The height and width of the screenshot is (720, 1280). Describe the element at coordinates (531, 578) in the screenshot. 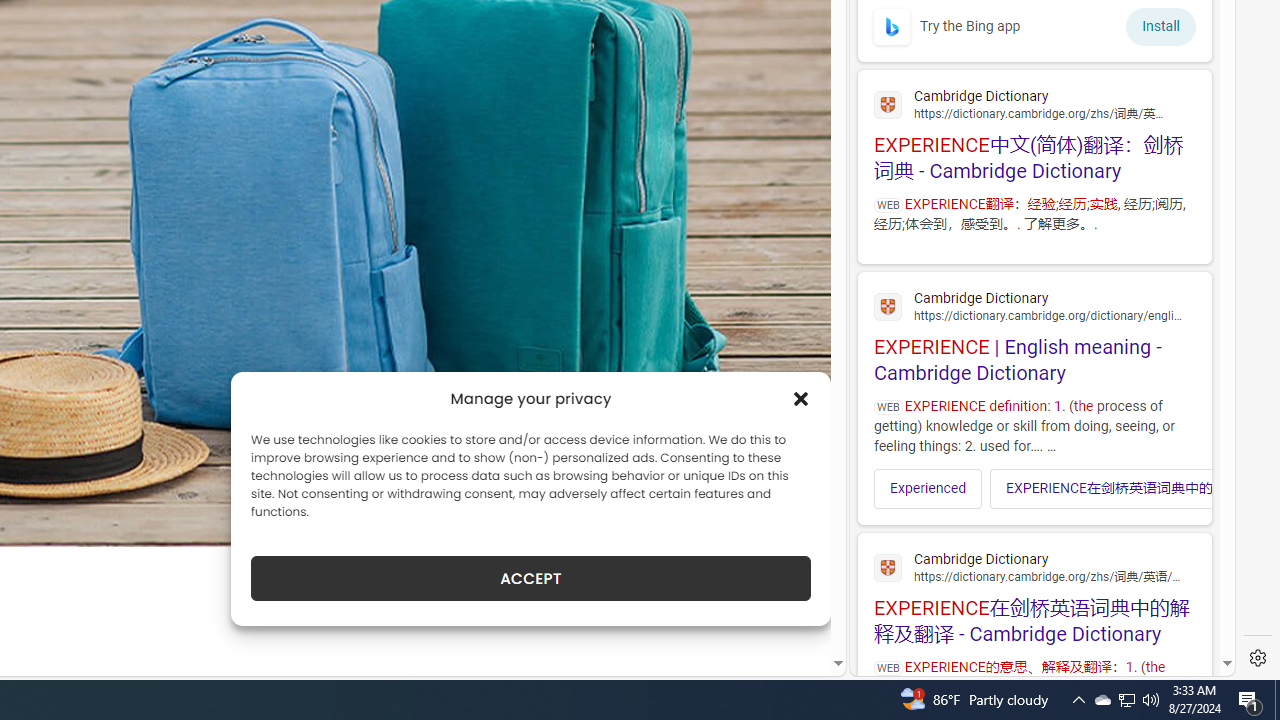

I see `'ACCEPT'` at that location.